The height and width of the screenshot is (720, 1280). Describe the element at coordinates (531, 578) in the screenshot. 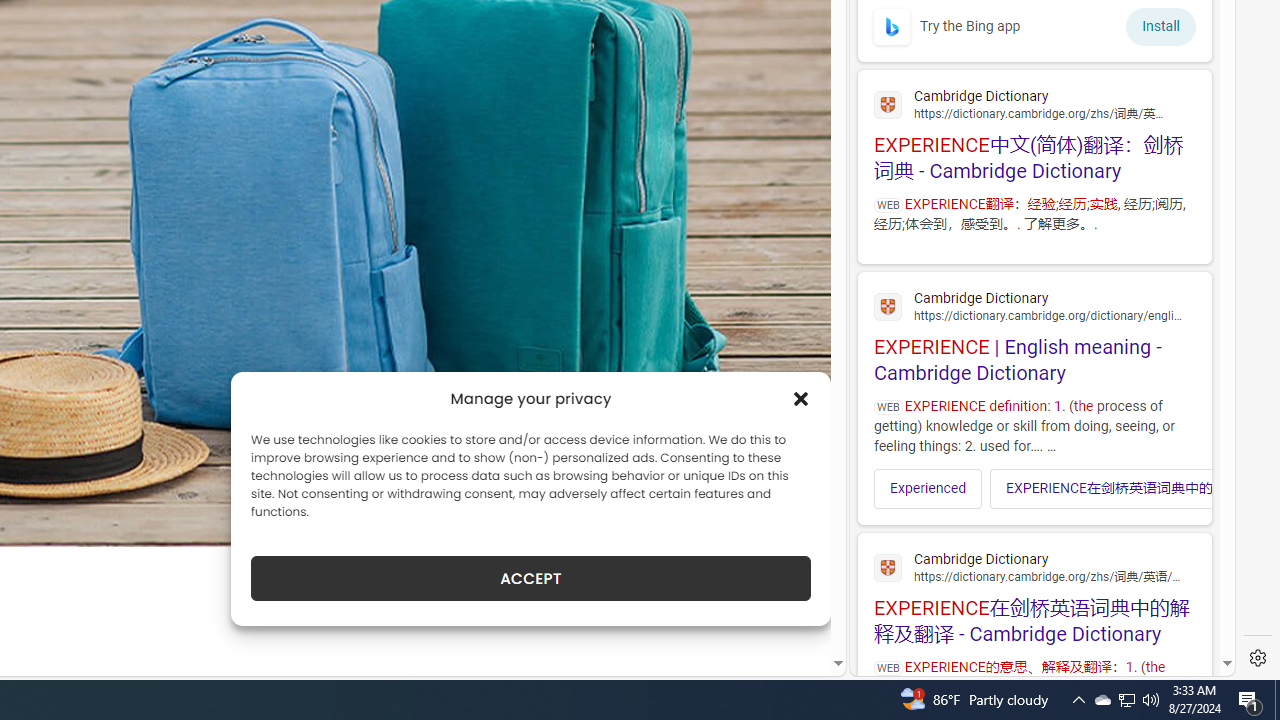

I see `'ACCEPT'` at that location.